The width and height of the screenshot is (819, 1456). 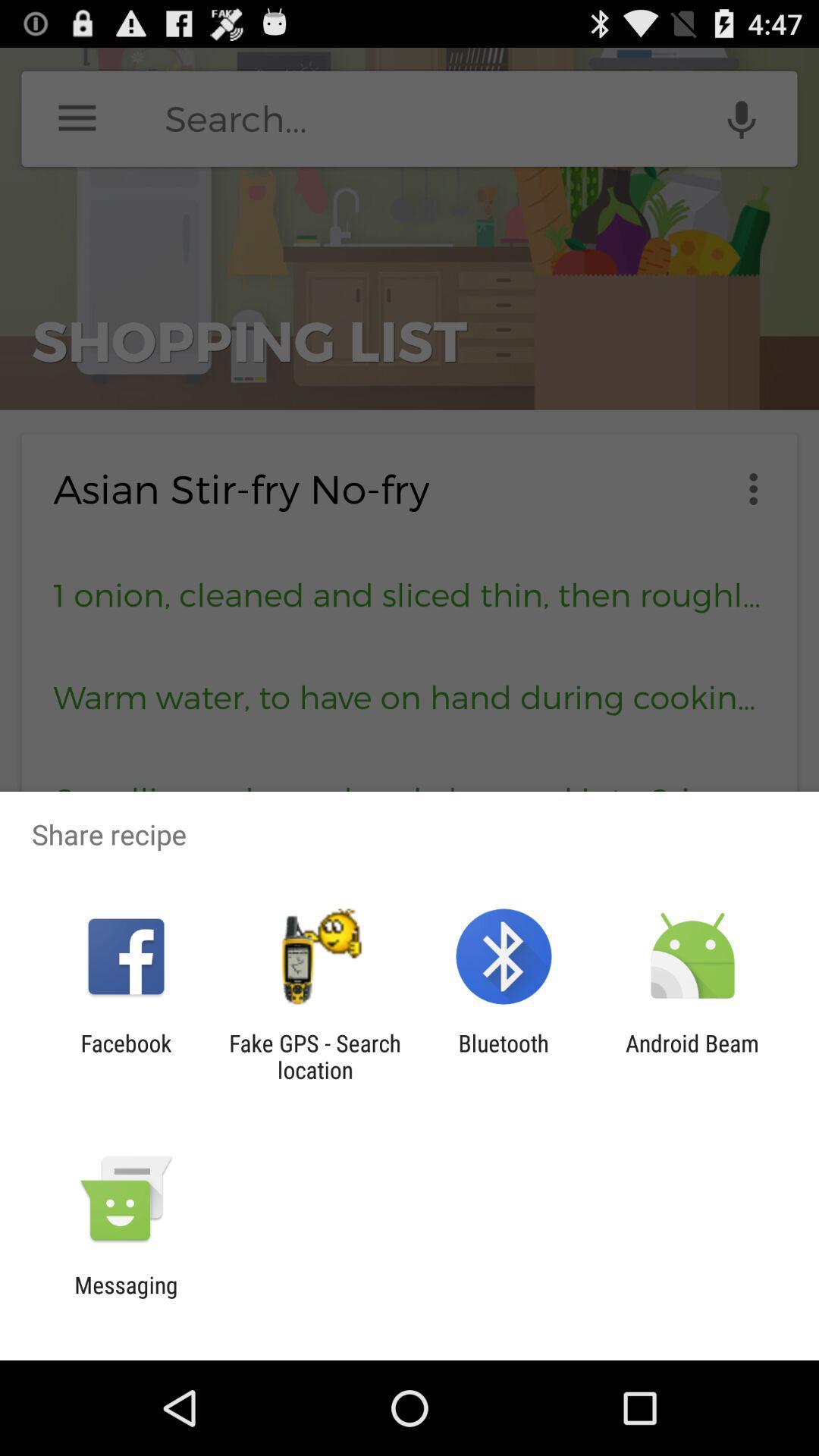 What do you see at coordinates (504, 1056) in the screenshot?
I see `bluetooth item` at bounding box center [504, 1056].